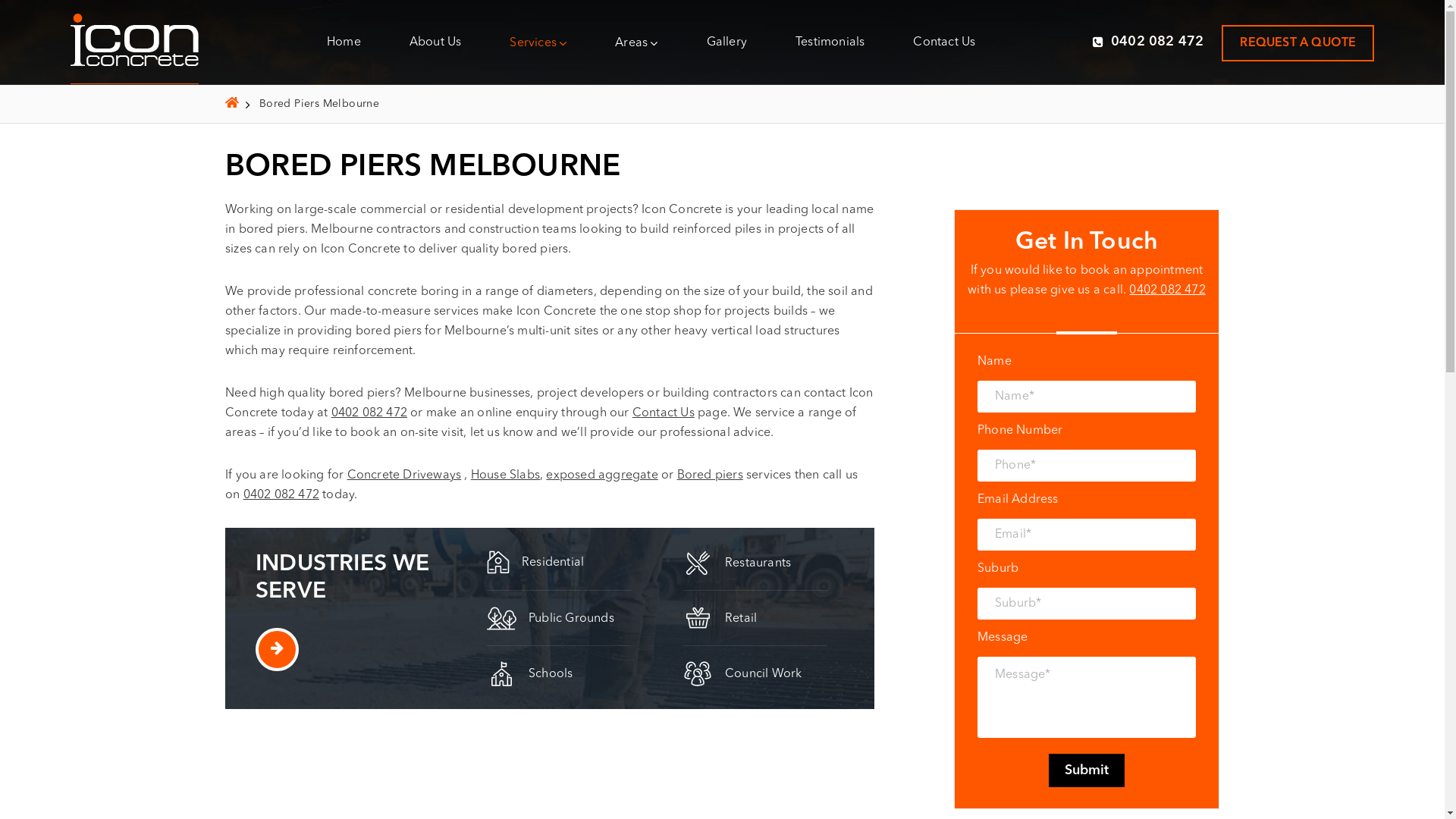 The image size is (1456, 819). I want to click on 'About Us', so click(409, 40).